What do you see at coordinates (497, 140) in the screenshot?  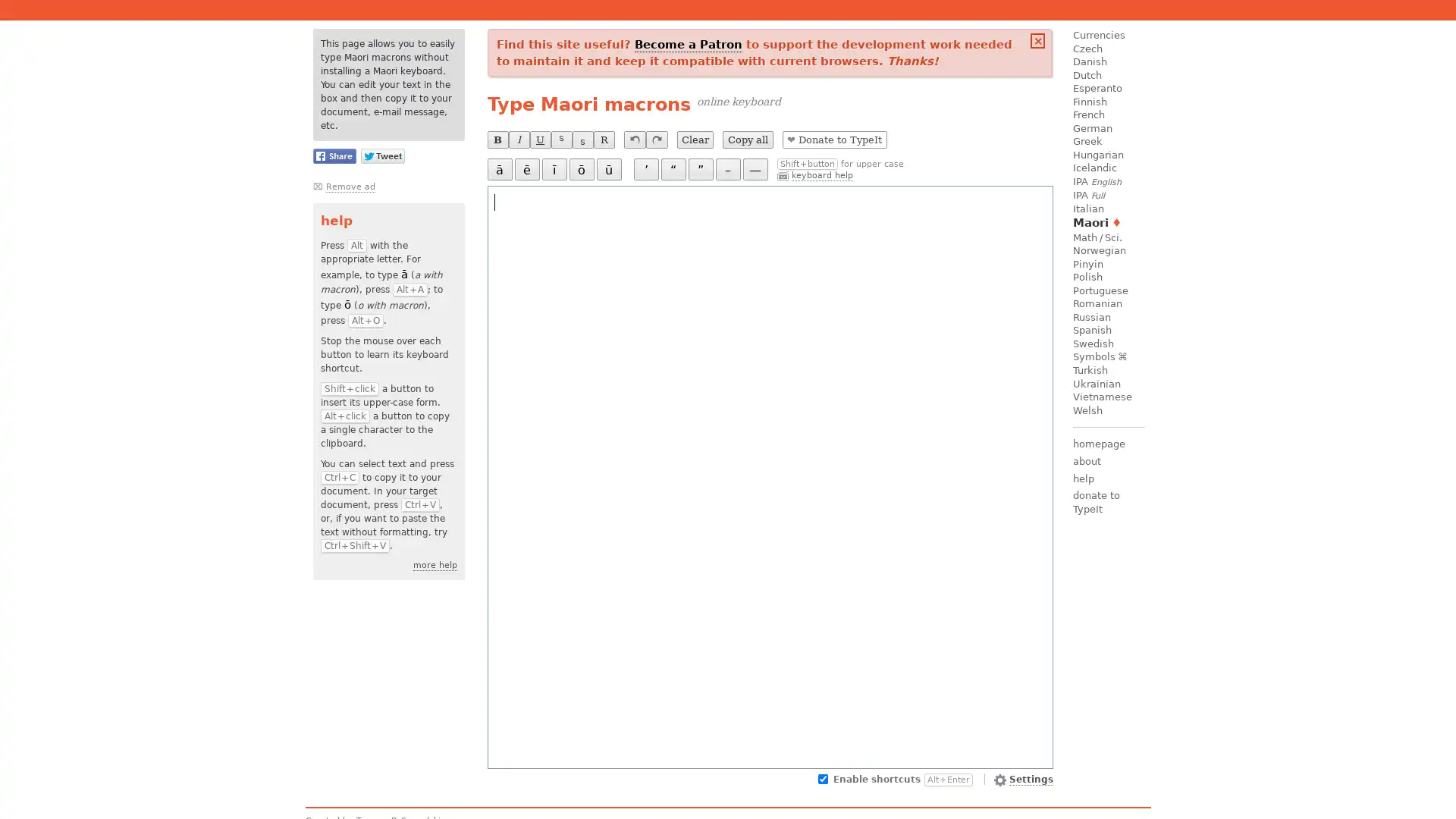 I see `B` at bounding box center [497, 140].